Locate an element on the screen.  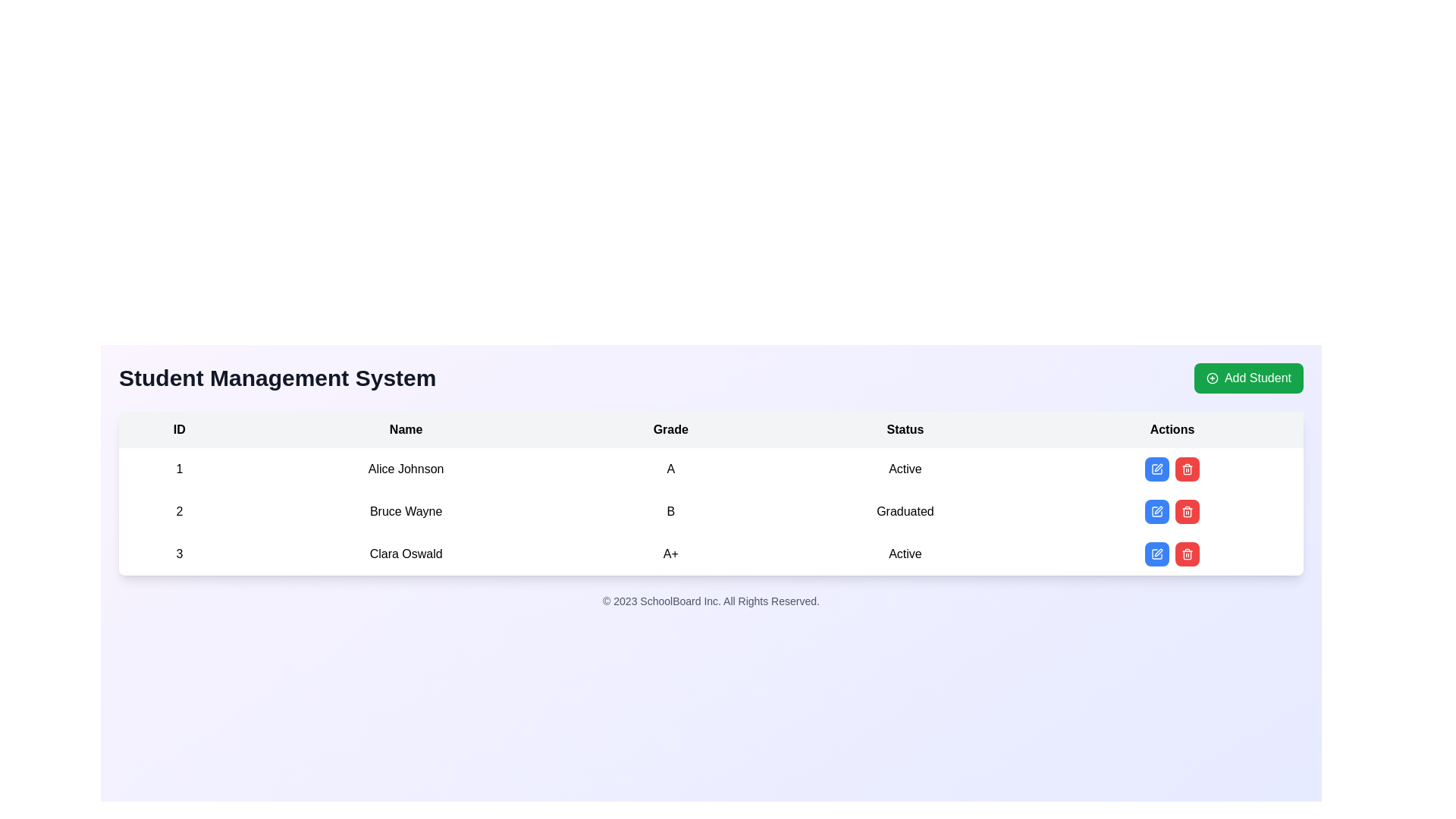
the text label displaying the grade for 'Alice Johnson' is located at coordinates (670, 468).